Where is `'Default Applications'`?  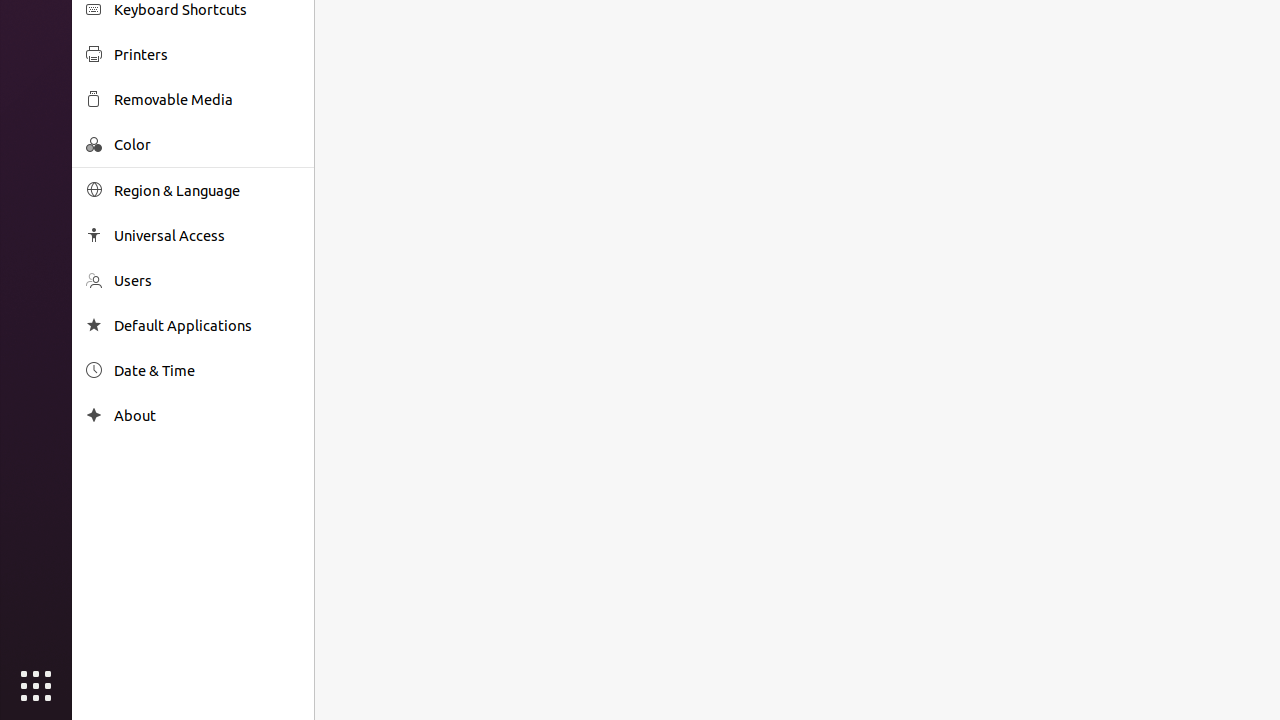 'Default Applications' is located at coordinates (206, 324).